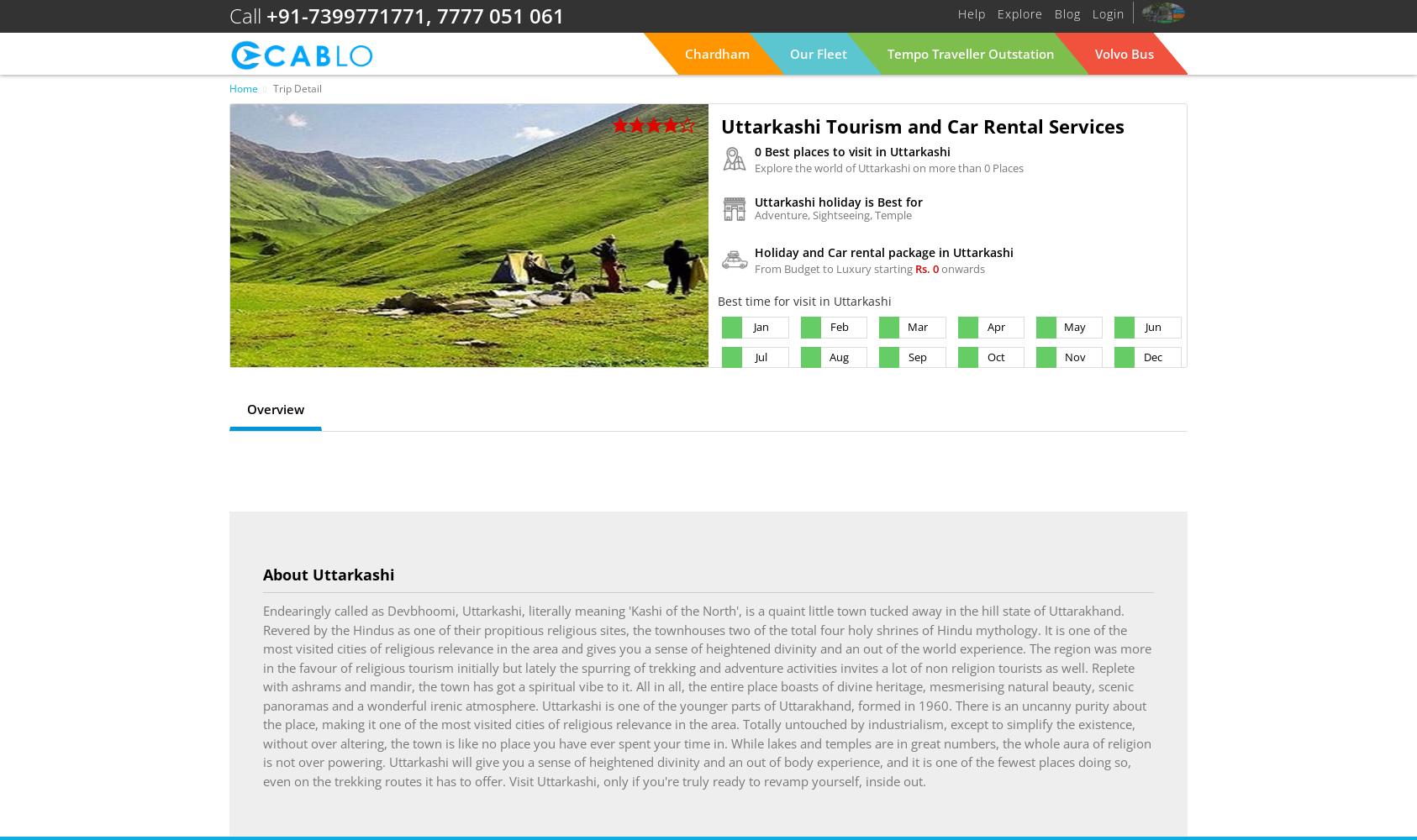  What do you see at coordinates (229, 14) in the screenshot?
I see `'Call'` at bounding box center [229, 14].